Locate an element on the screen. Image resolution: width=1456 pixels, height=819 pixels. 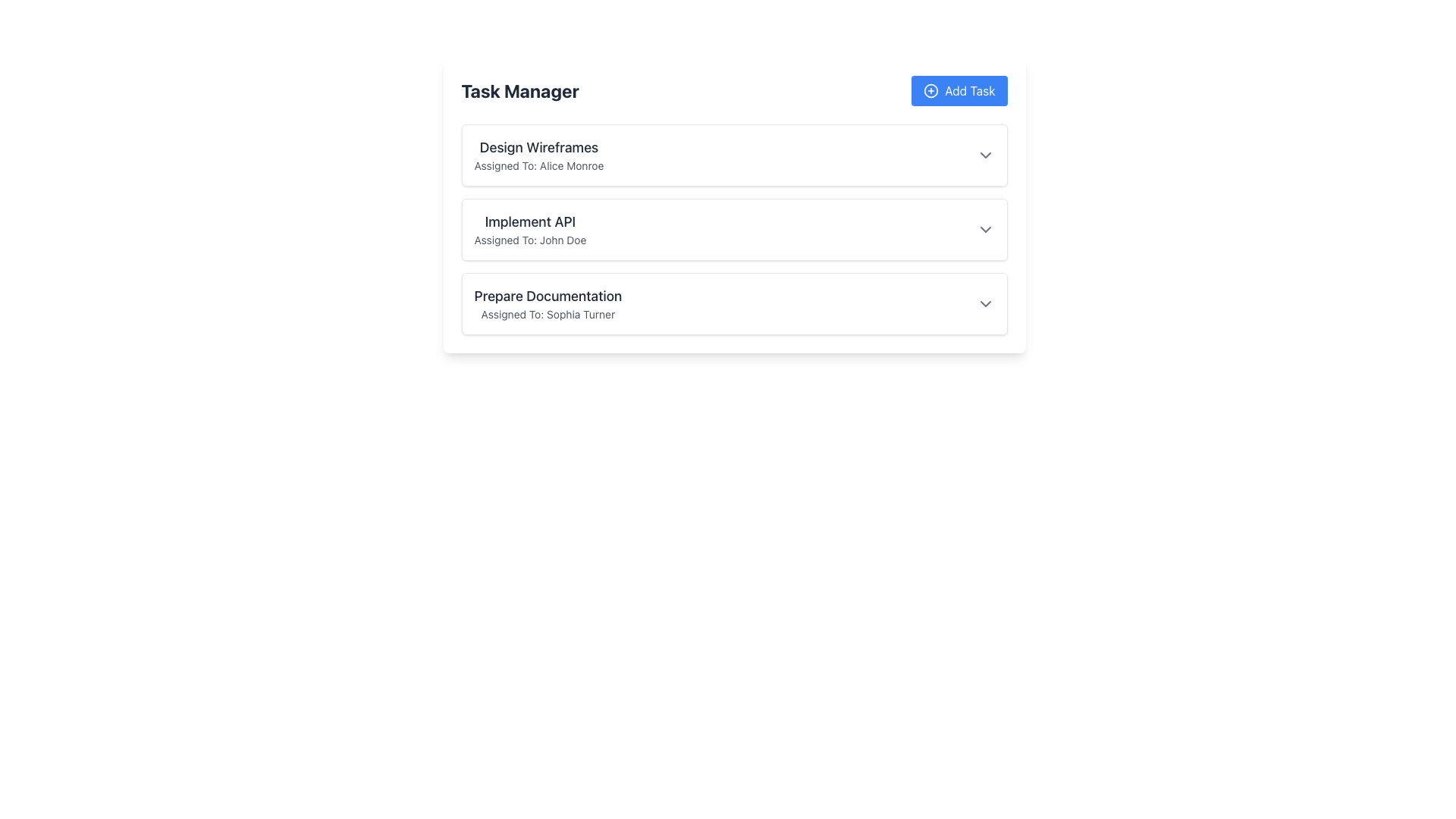
the downward-facing chevron icon with a thin outline and gray color, located beside the 'Implement API' label in the task list is located at coordinates (985, 230).